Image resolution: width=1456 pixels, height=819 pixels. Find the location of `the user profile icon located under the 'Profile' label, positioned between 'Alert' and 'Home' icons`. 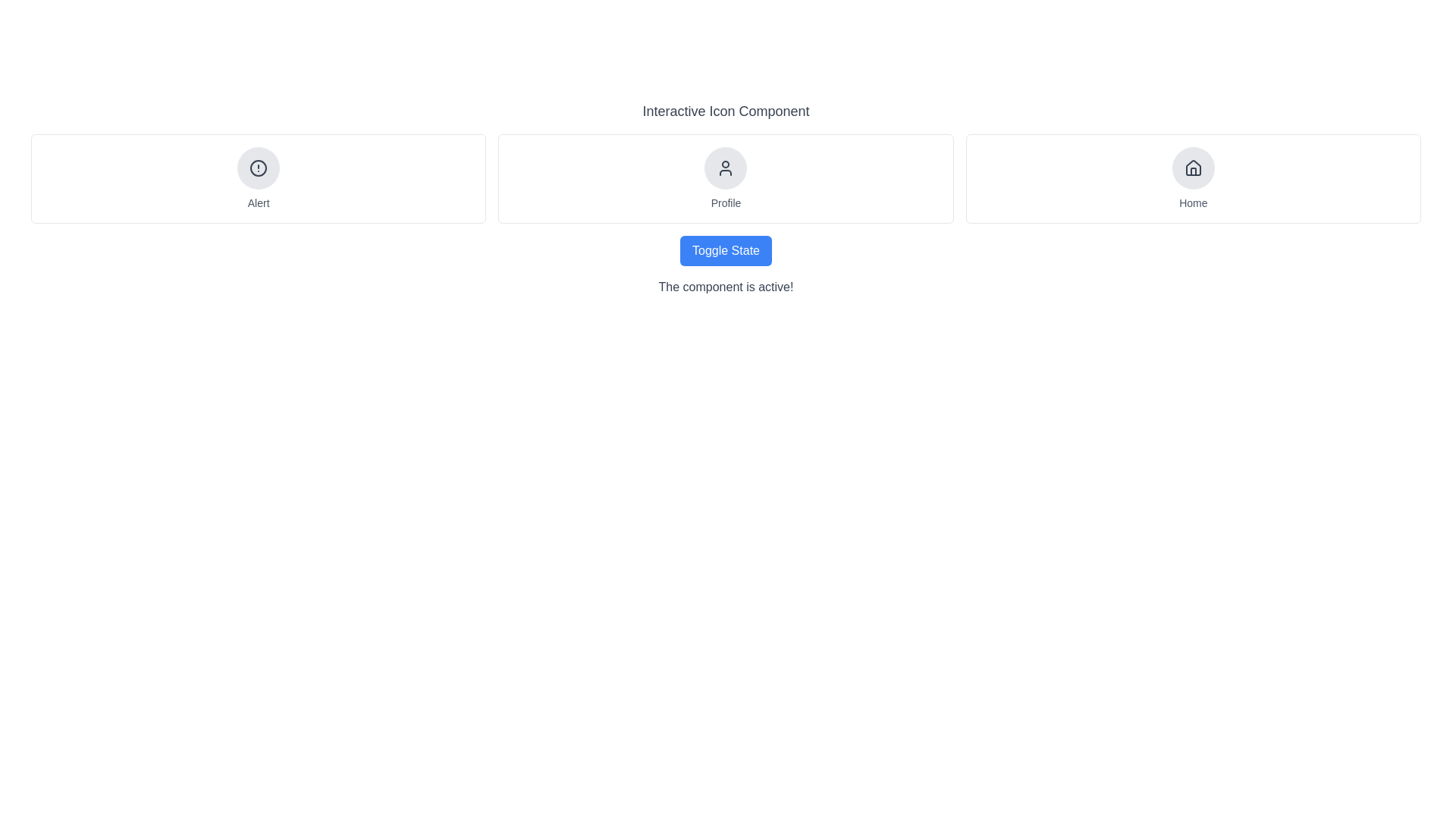

the user profile icon located under the 'Profile' label, positioned between 'Alert' and 'Home' icons is located at coordinates (725, 168).